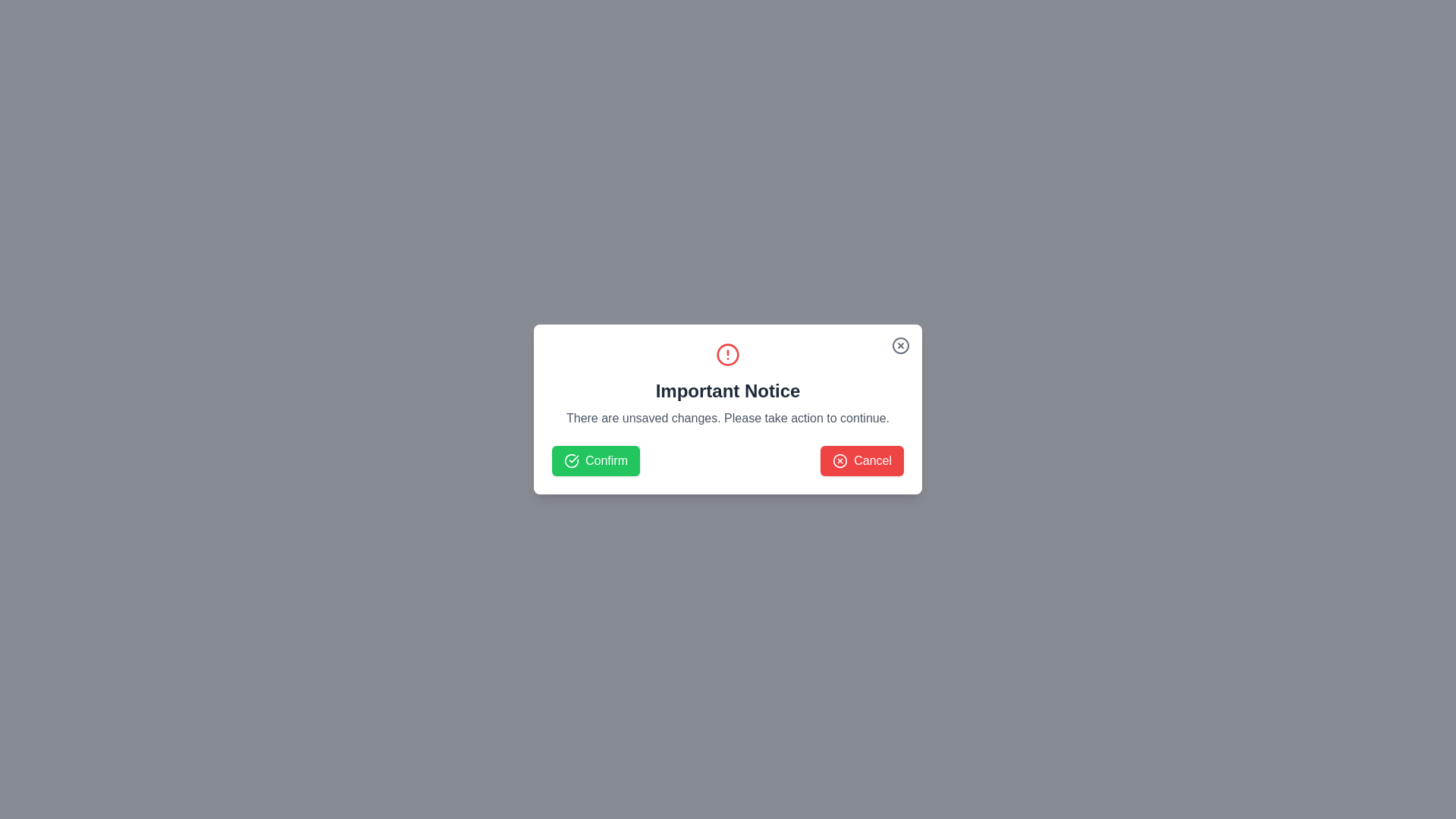 Image resolution: width=1456 pixels, height=819 pixels. Describe the element at coordinates (839, 460) in the screenshot. I see `the red circular icon with a white 'X' symbol, which is positioned to the left of the 'Cancel' text on the red 'Cancel' button in the confirmation dialog box` at that location.